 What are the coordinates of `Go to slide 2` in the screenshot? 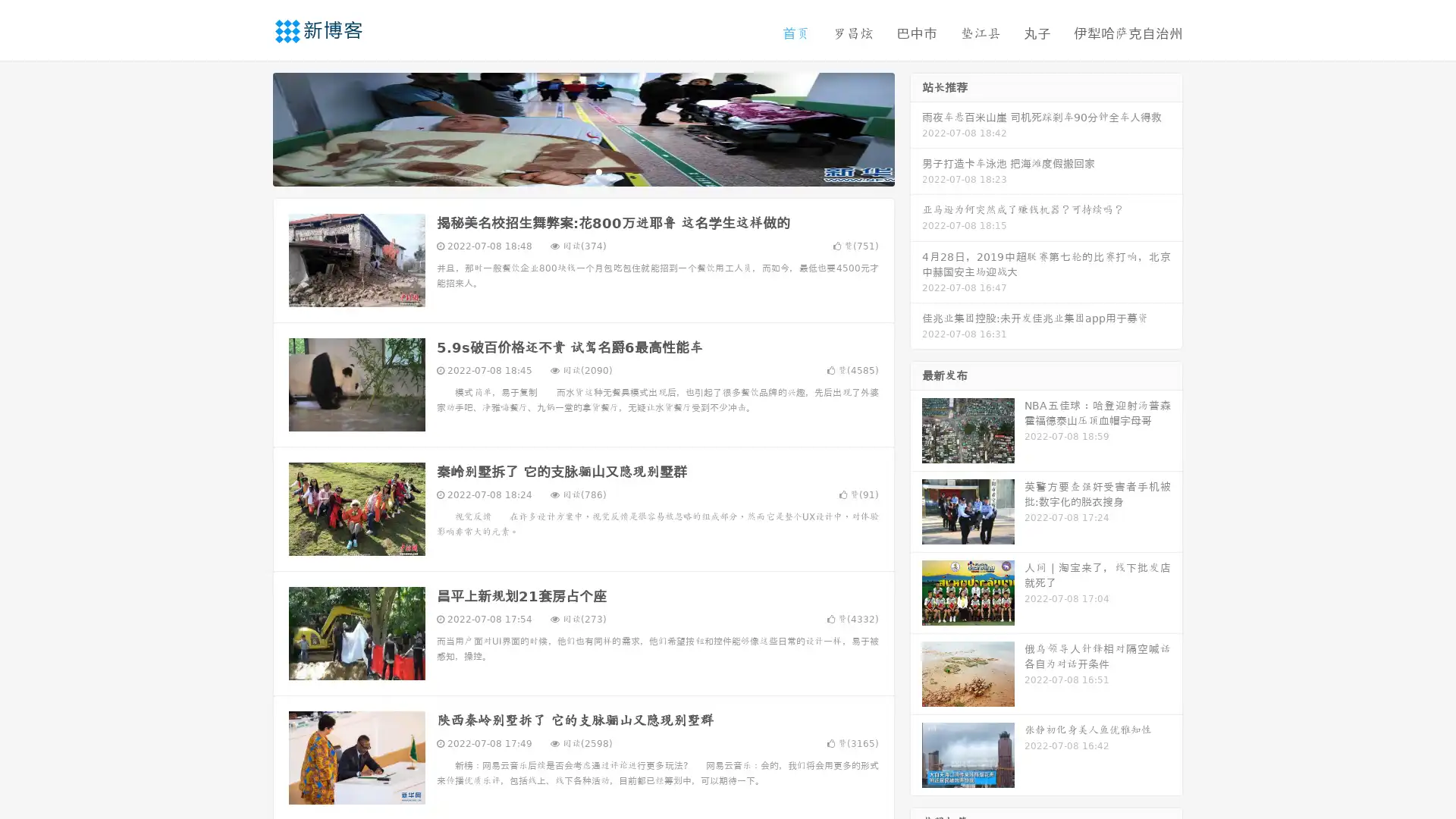 It's located at (582, 171).